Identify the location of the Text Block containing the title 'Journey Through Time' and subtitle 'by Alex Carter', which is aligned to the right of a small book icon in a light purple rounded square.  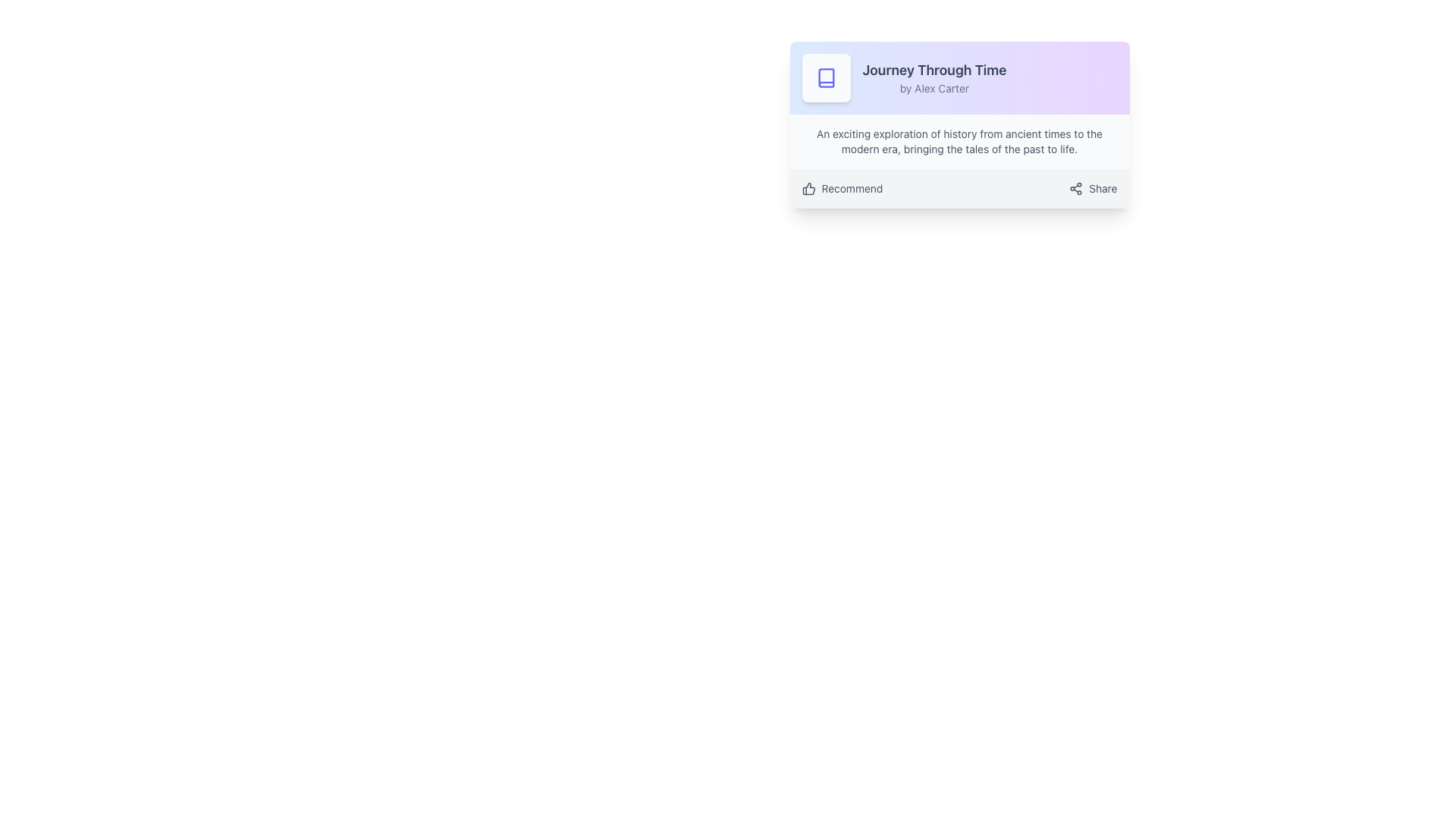
(959, 78).